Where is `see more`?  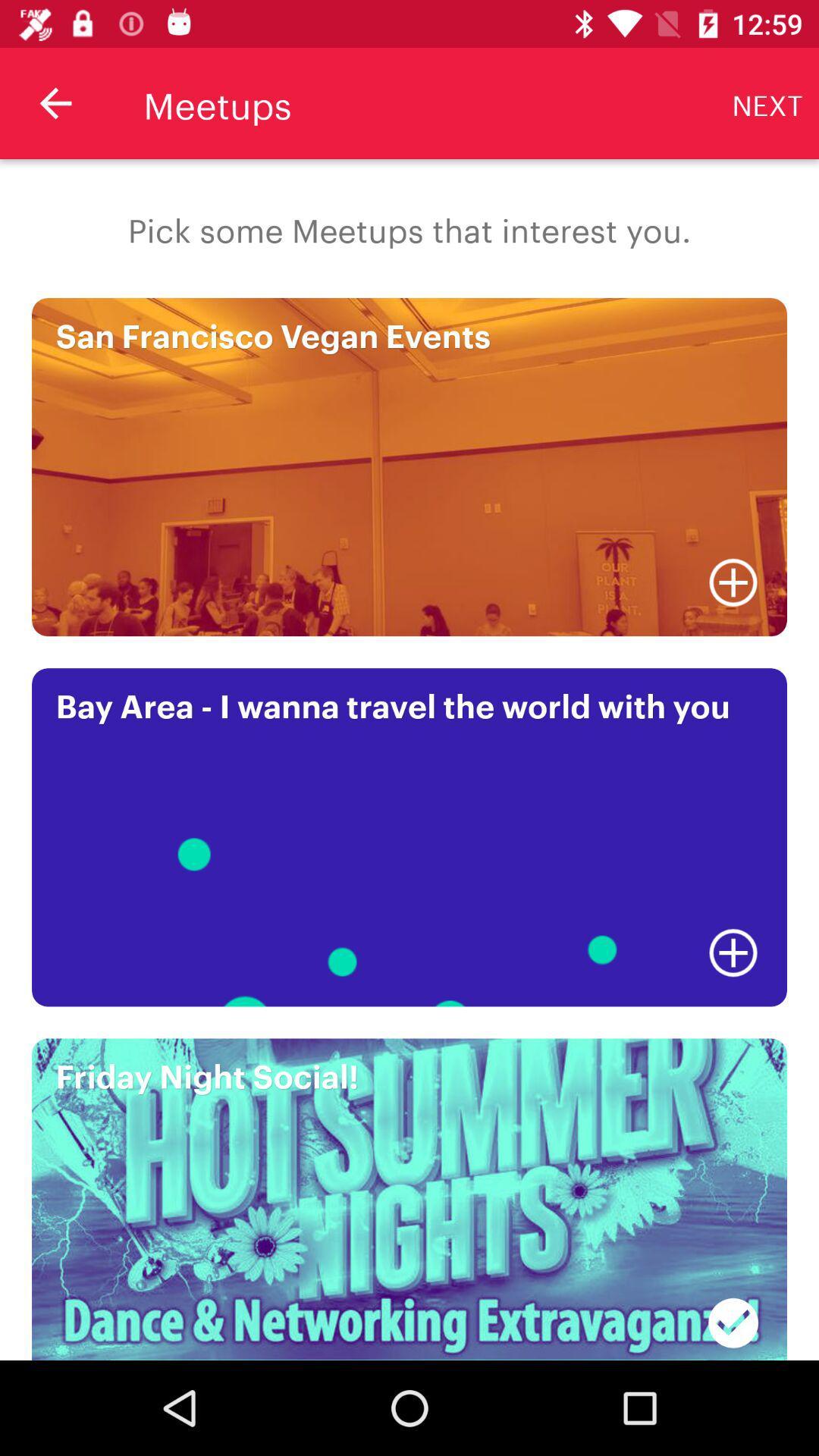 see more is located at coordinates (733, 952).